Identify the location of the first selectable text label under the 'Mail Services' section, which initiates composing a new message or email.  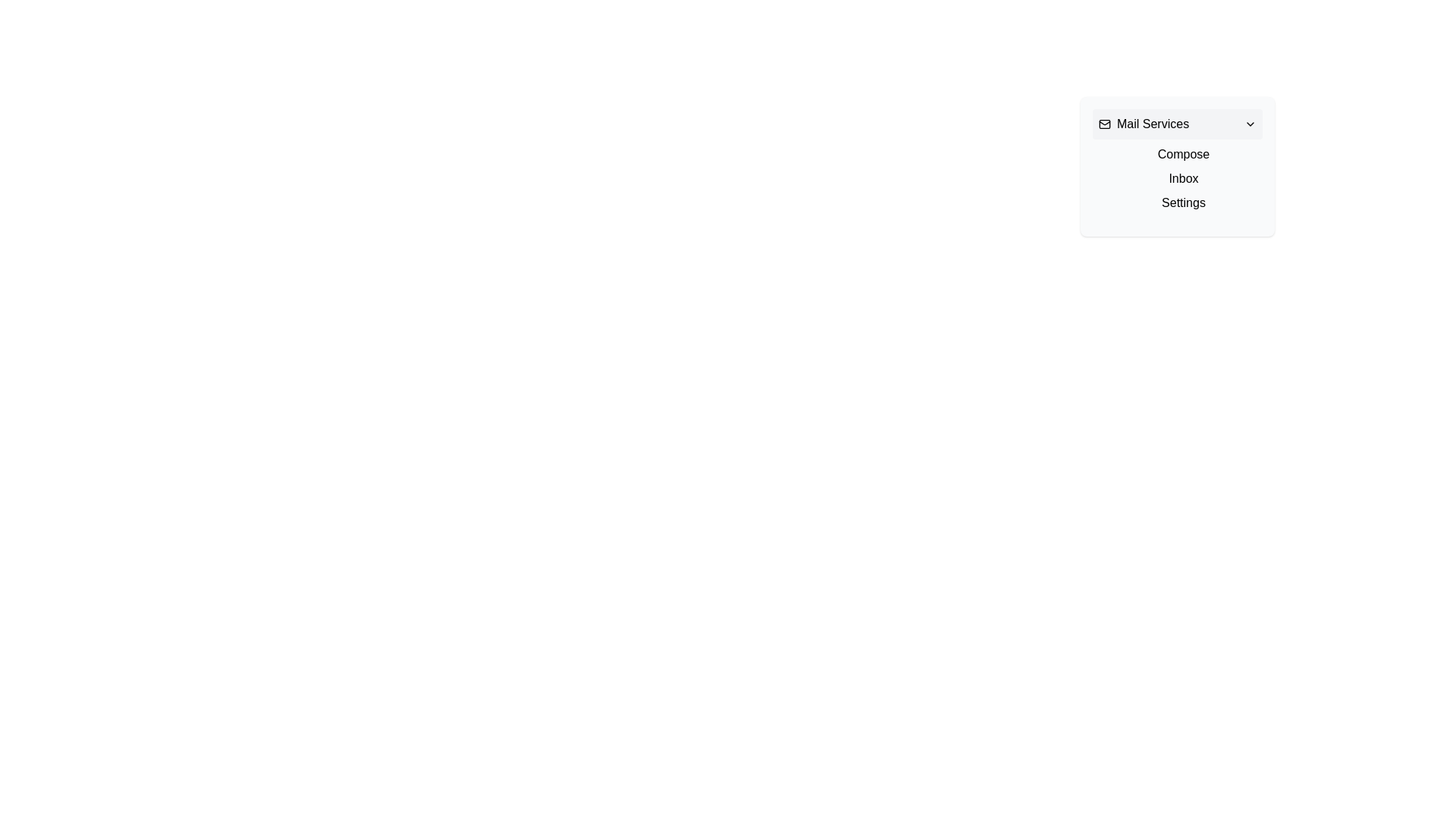
(1182, 155).